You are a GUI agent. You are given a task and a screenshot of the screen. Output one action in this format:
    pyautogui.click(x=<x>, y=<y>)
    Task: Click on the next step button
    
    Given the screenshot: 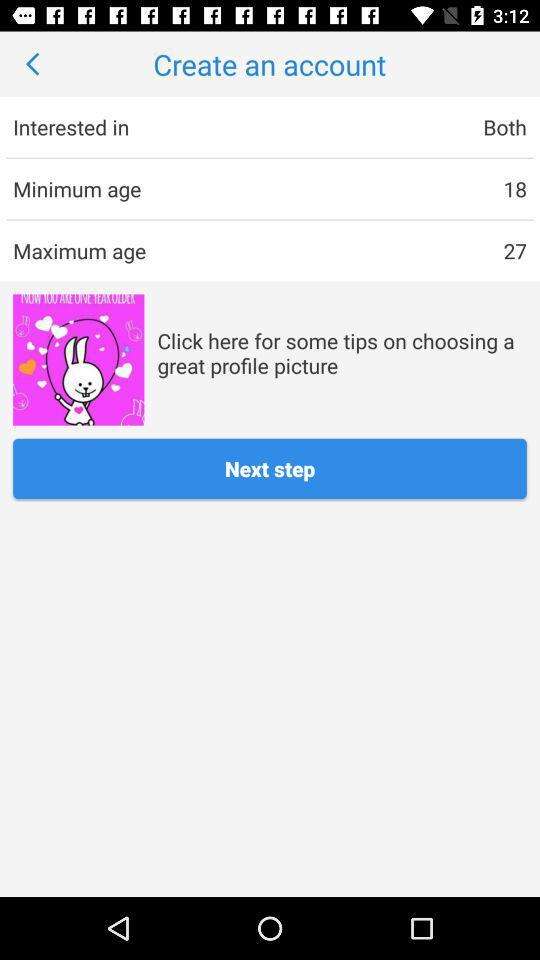 What is the action you would take?
    pyautogui.click(x=270, y=468)
    